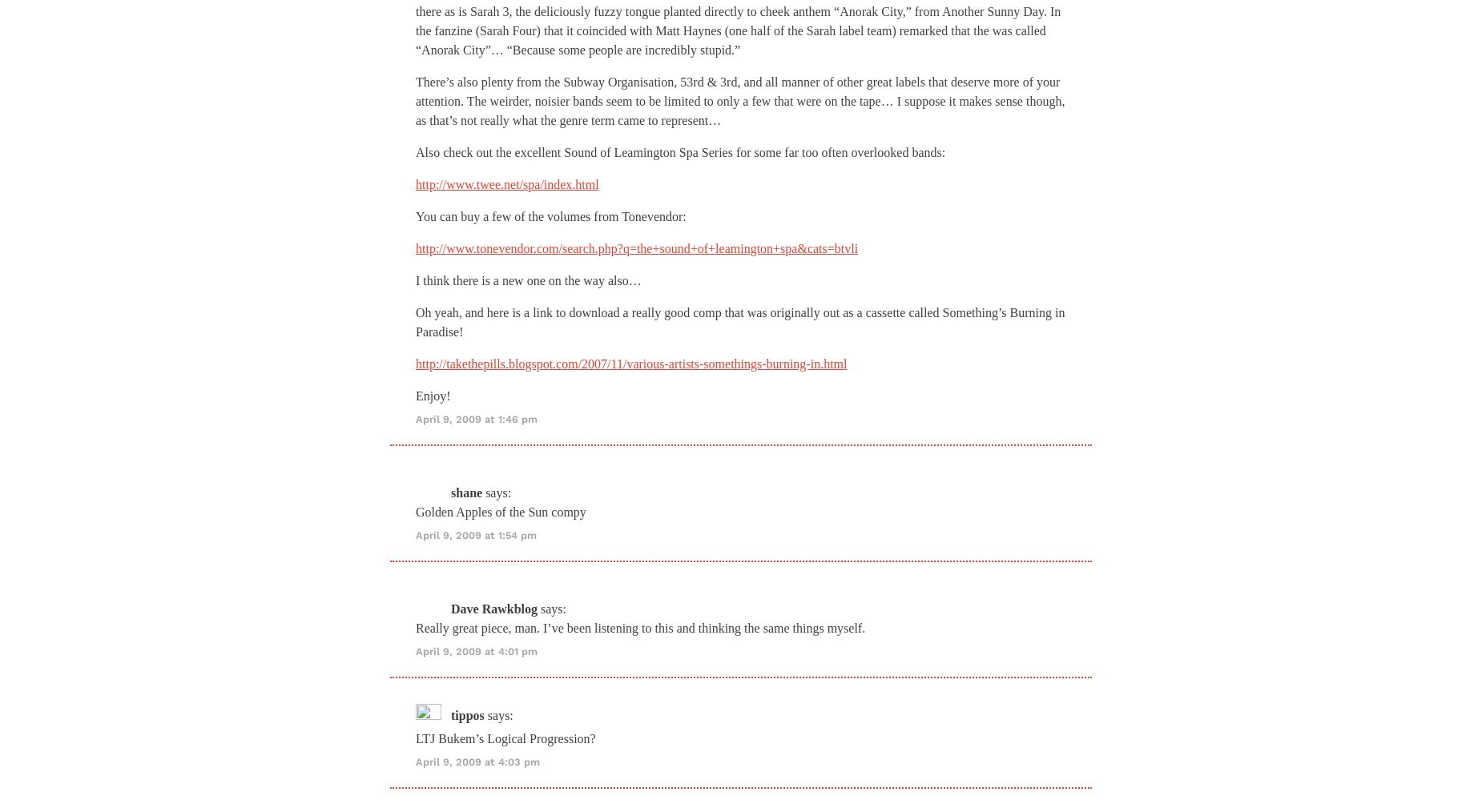 This screenshot has height=812, width=1482. What do you see at coordinates (740, 320) in the screenshot?
I see `'Oh yeah, and here is a link to download a really good comp that was originally out as a cassette called Something’s Burning in Paradise!'` at bounding box center [740, 320].